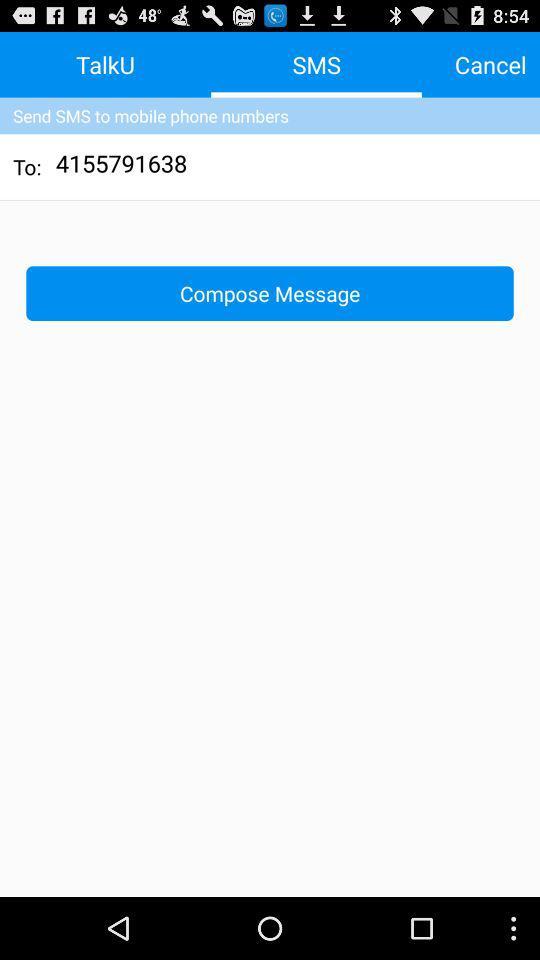 The height and width of the screenshot is (960, 540). What do you see at coordinates (489, 64) in the screenshot?
I see `the icon next to the sms icon` at bounding box center [489, 64].